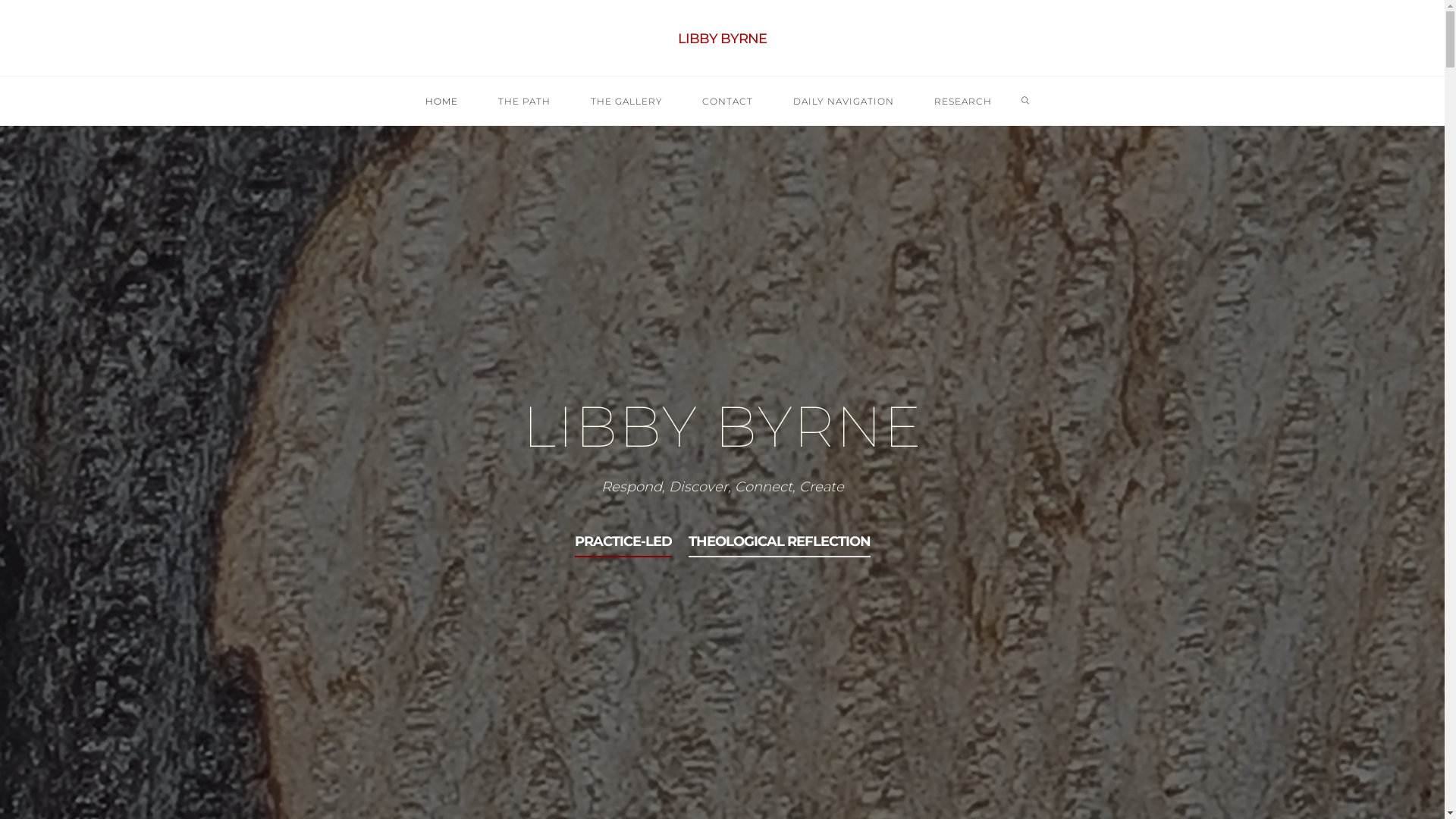 The width and height of the screenshot is (1456, 819). Describe the element at coordinates (626, 101) in the screenshot. I see `'THE GALLERY'` at that location.